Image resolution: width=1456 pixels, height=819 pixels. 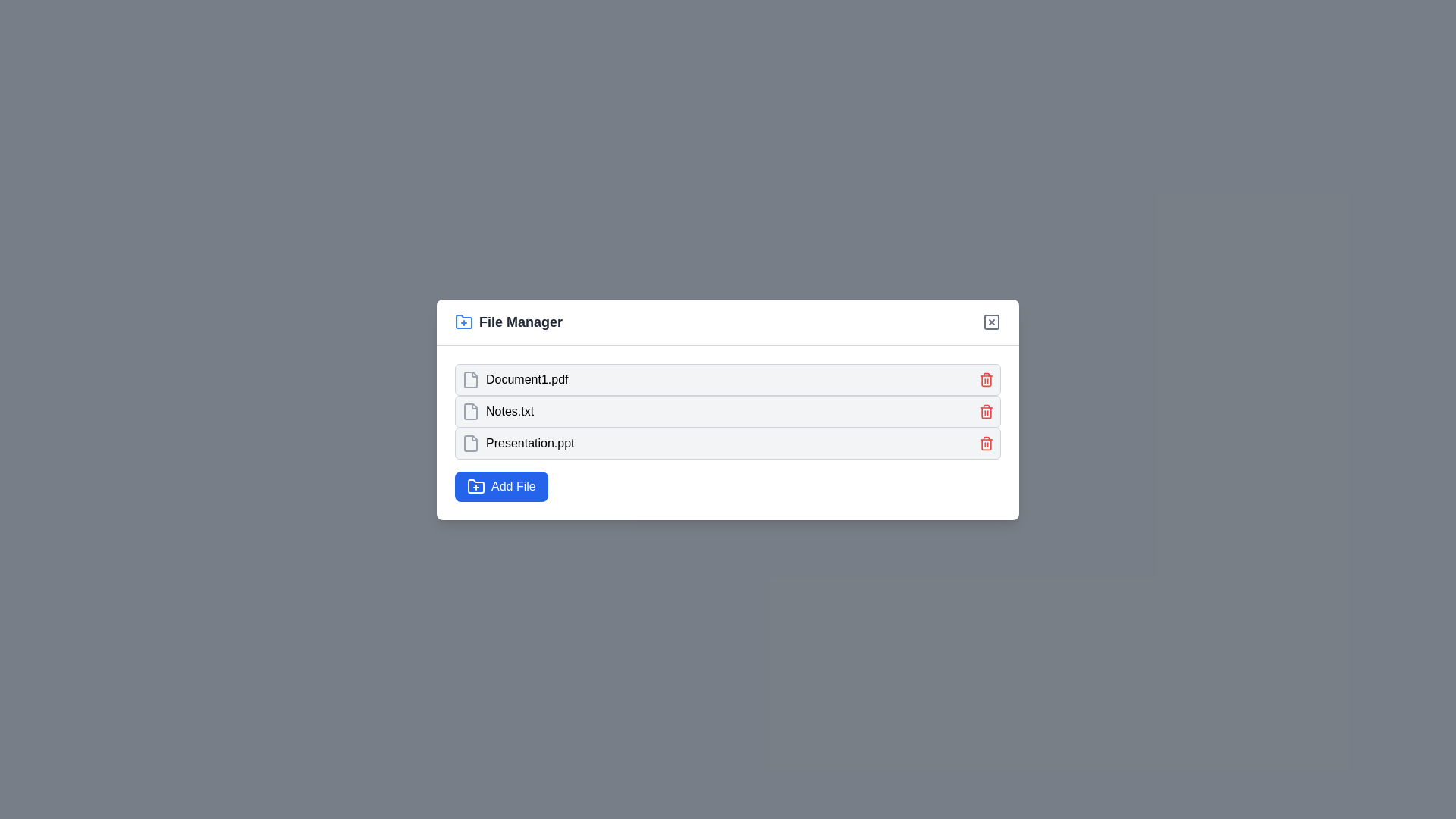 I want to click on the file management icon located in the upper-left corner of the file manager box, adjacent to the 'File Manager' header text, so click(x=463, y=321).